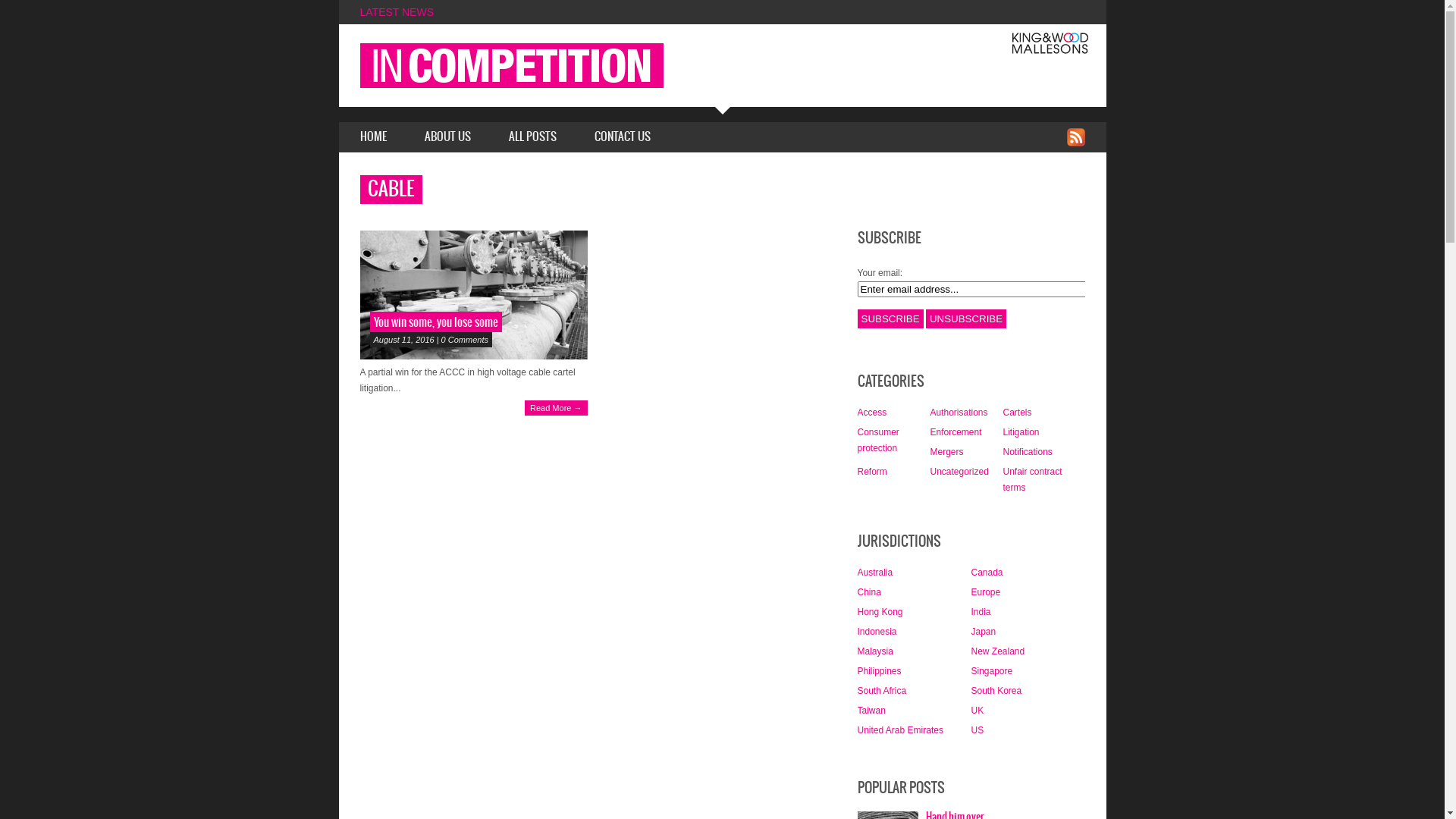 The height and width of the screenshot is (819, 1456). Describe the element at coordinates (874, 573) in the screenshot. I see `'Australia'` at that location.